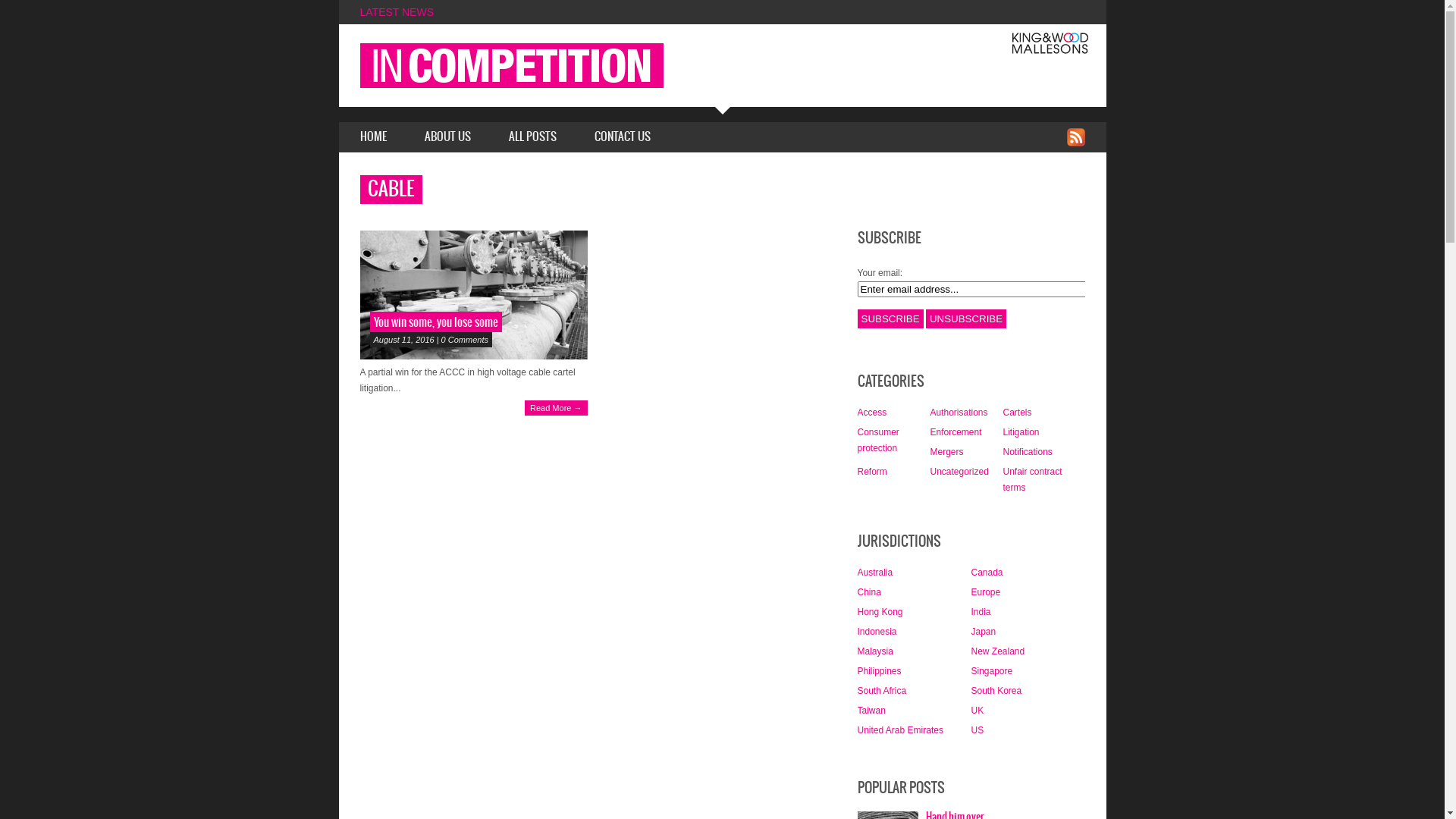 The height and width of the screenshot is (819, 1456). Describe the element at coordinates (874, 573) in the screenshot. I see `'Australia'` at that location.